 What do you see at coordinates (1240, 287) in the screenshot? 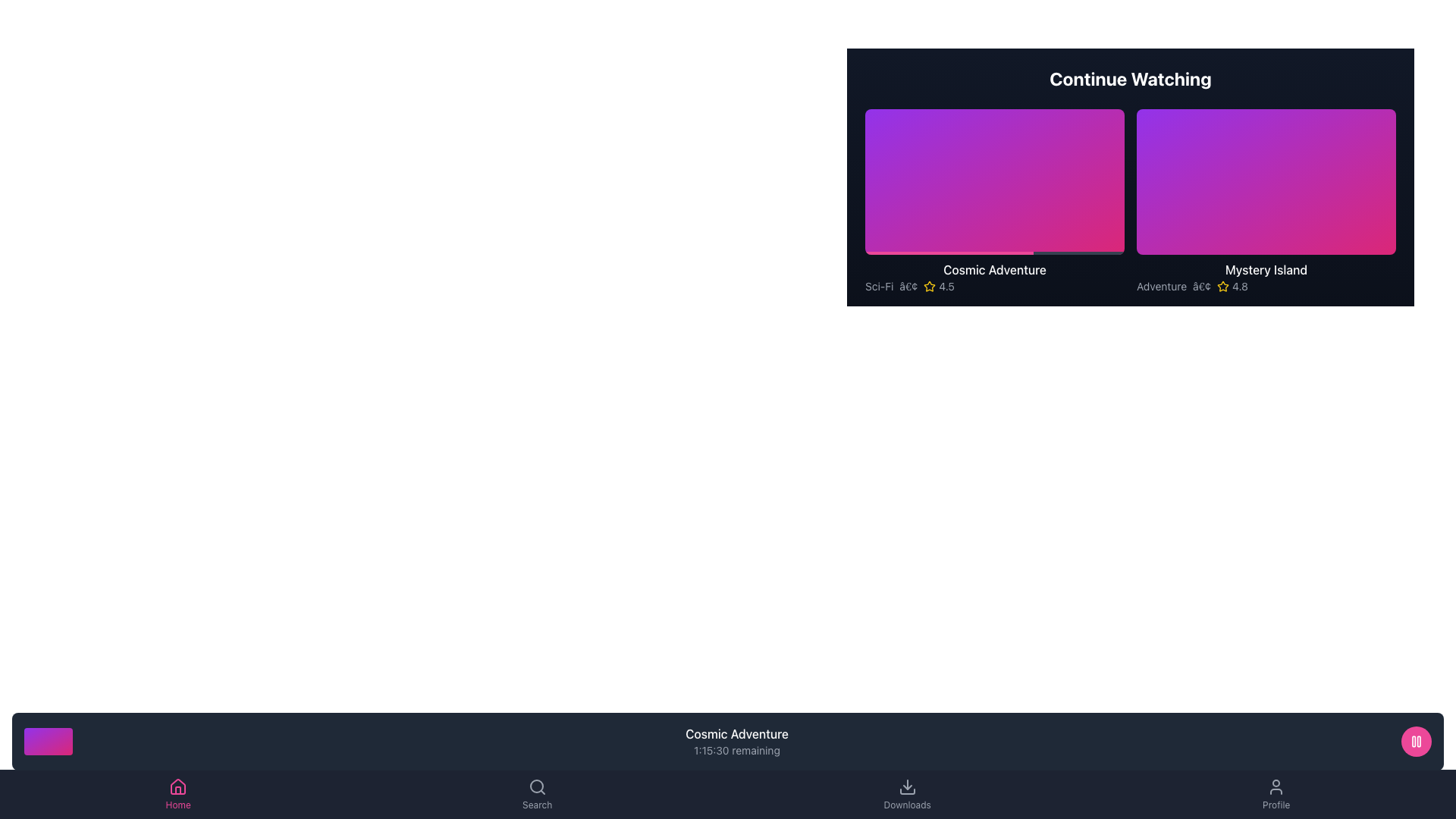
I see `the numeric text label displaying '4.8', which is styled in a compact, sans-serif font and located beneath the 'Mystery Island' thumbnail in the 'Continue Watching' section` at bounding box center [1240, 287].